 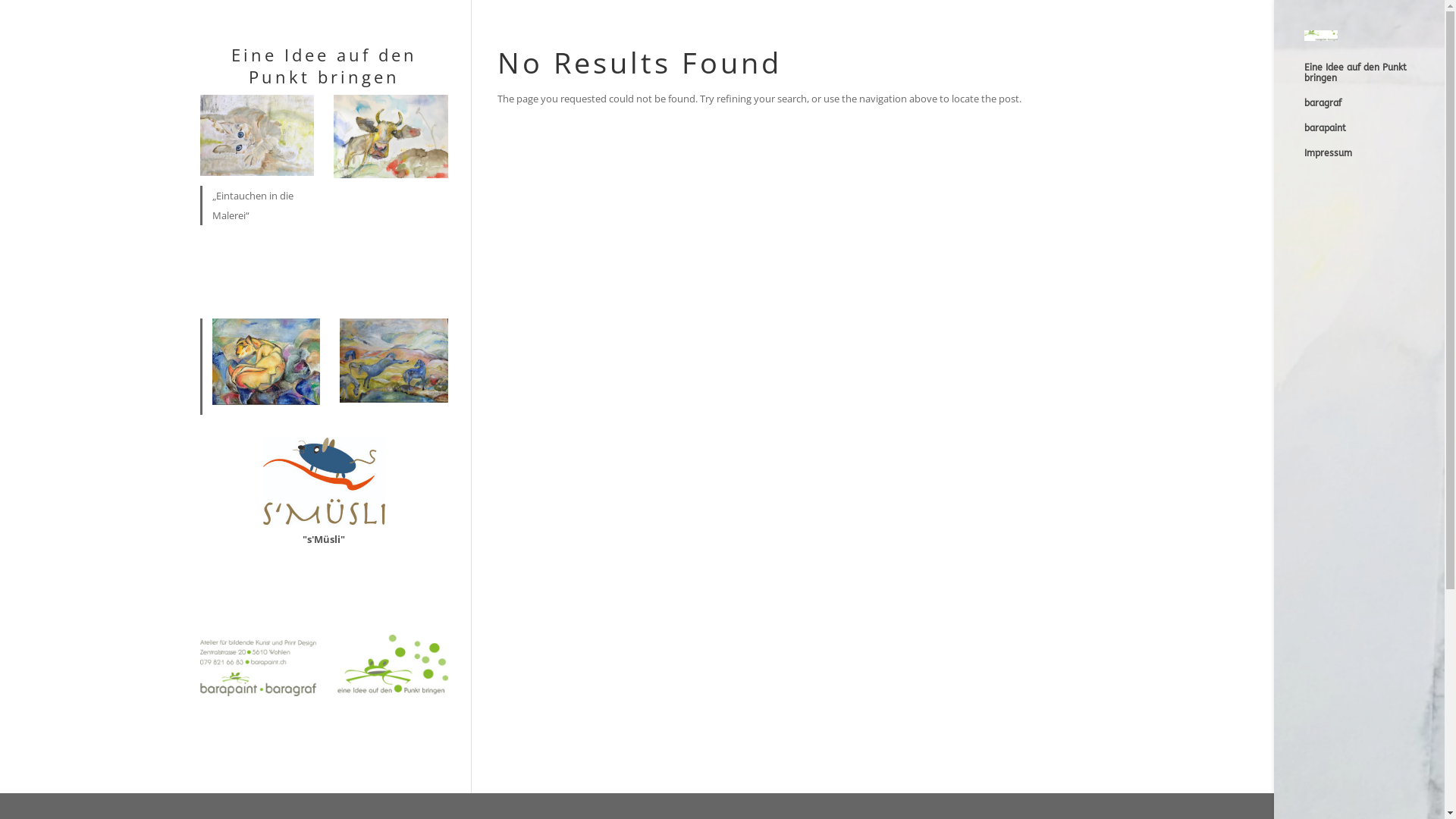 I want to click on 'Impressum', so click(x=1374, y=160).